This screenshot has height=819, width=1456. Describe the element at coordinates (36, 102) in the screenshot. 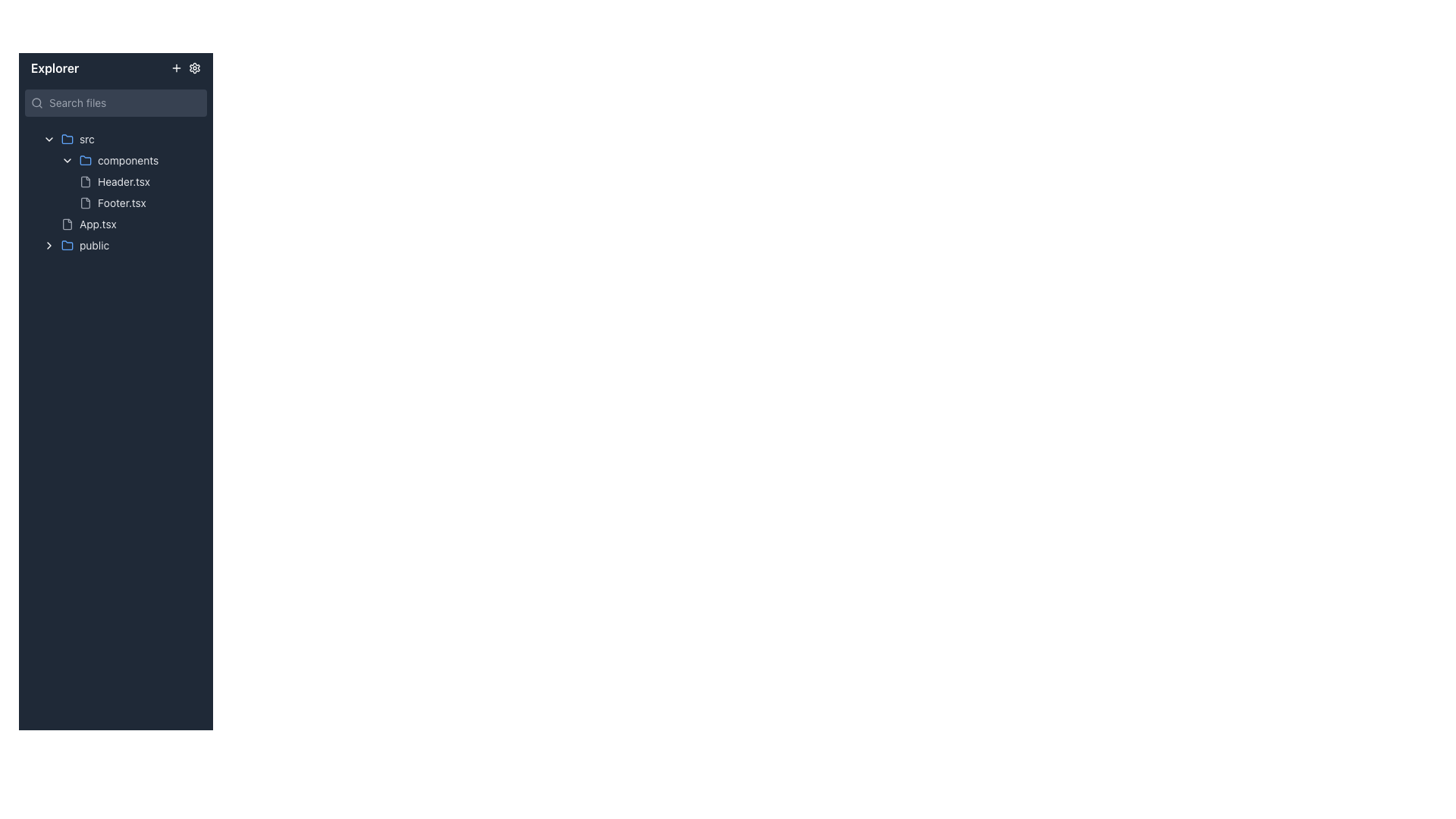

I see `the circle graphic element within the search icon located in the top-left corner of the Explorer sidebar` at that location.